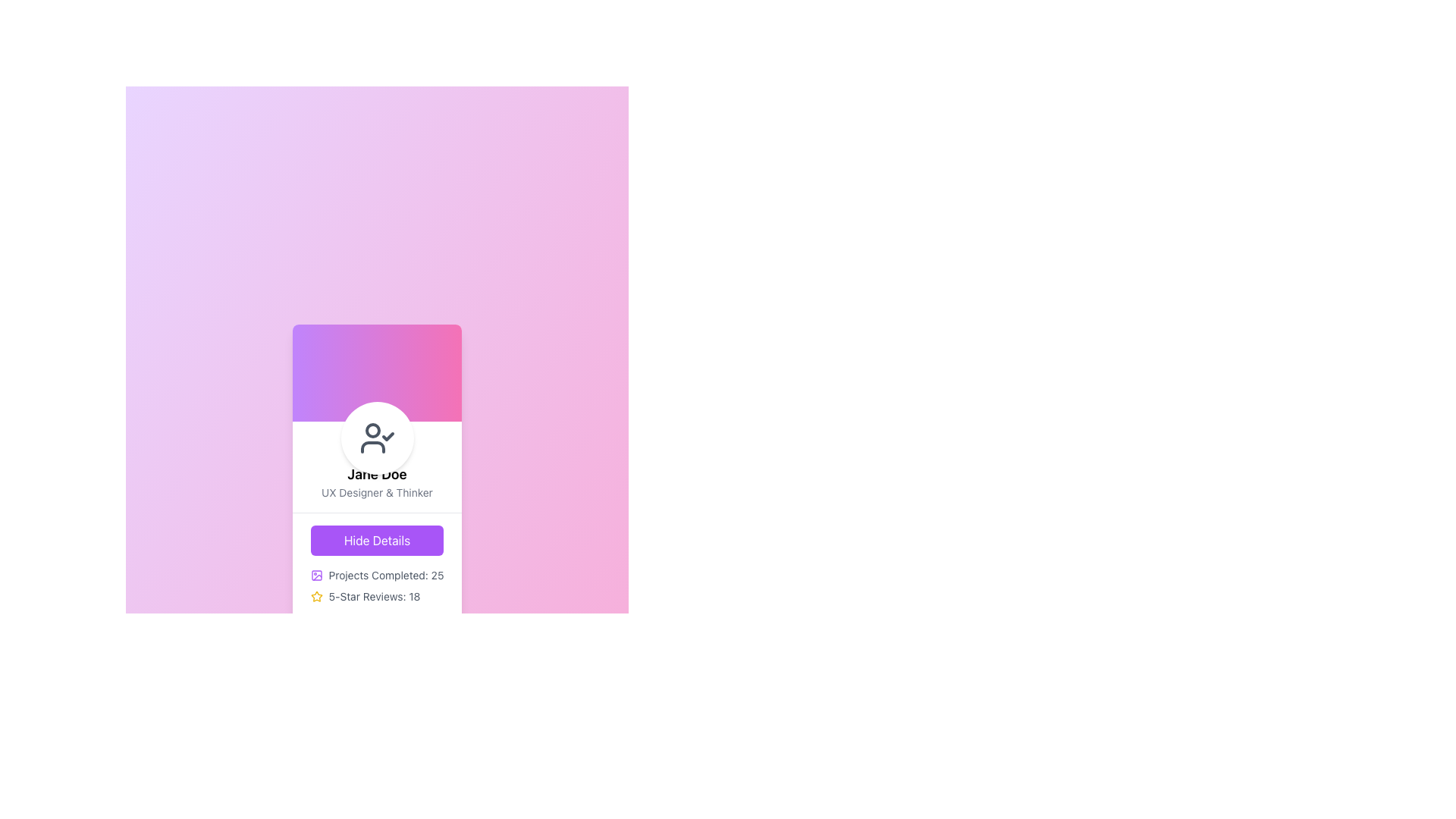 The width and height of the screenshot is (1456, 819). What do you see at coordinates (315, 595) in the screenshot?
I see `the yellow star icon representing the 5-Star Reviews rating, which is the second icon in the horizontal alignment near the text '5-Star Reviews: 18'` at bounding box center [315, 595].